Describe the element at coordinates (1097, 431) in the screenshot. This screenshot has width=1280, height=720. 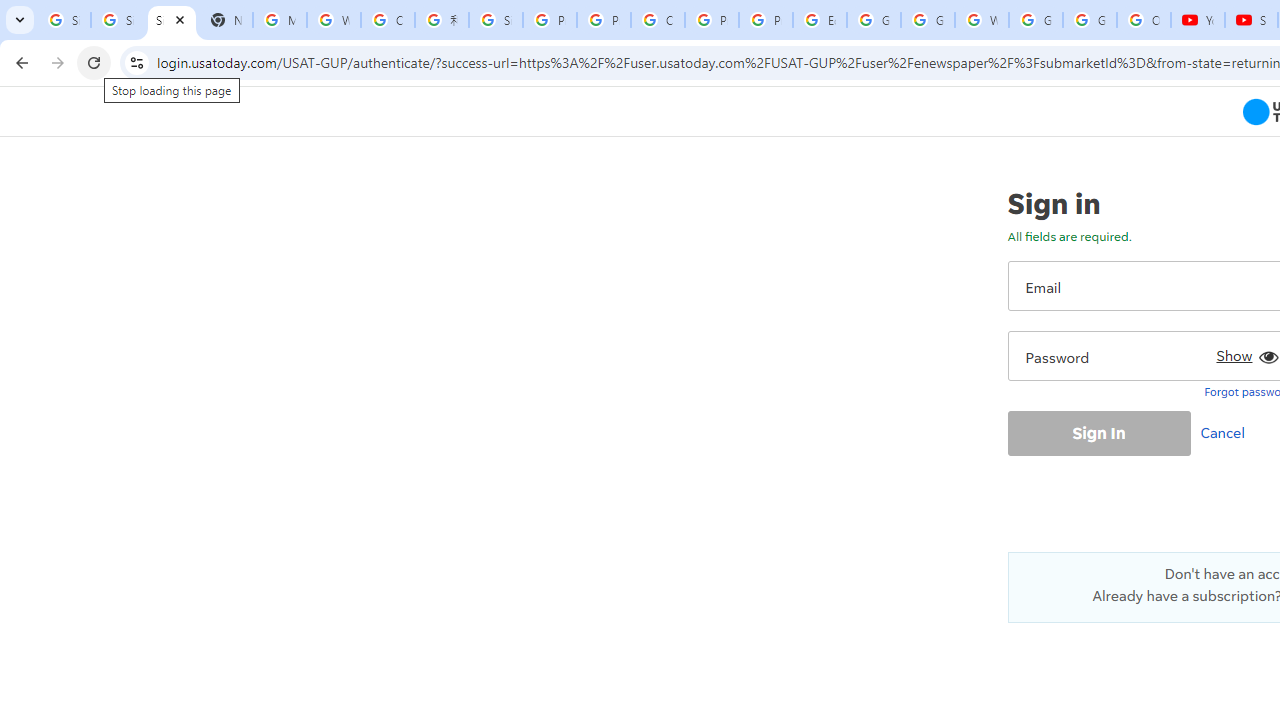
I see `'Sign In'` at that location.